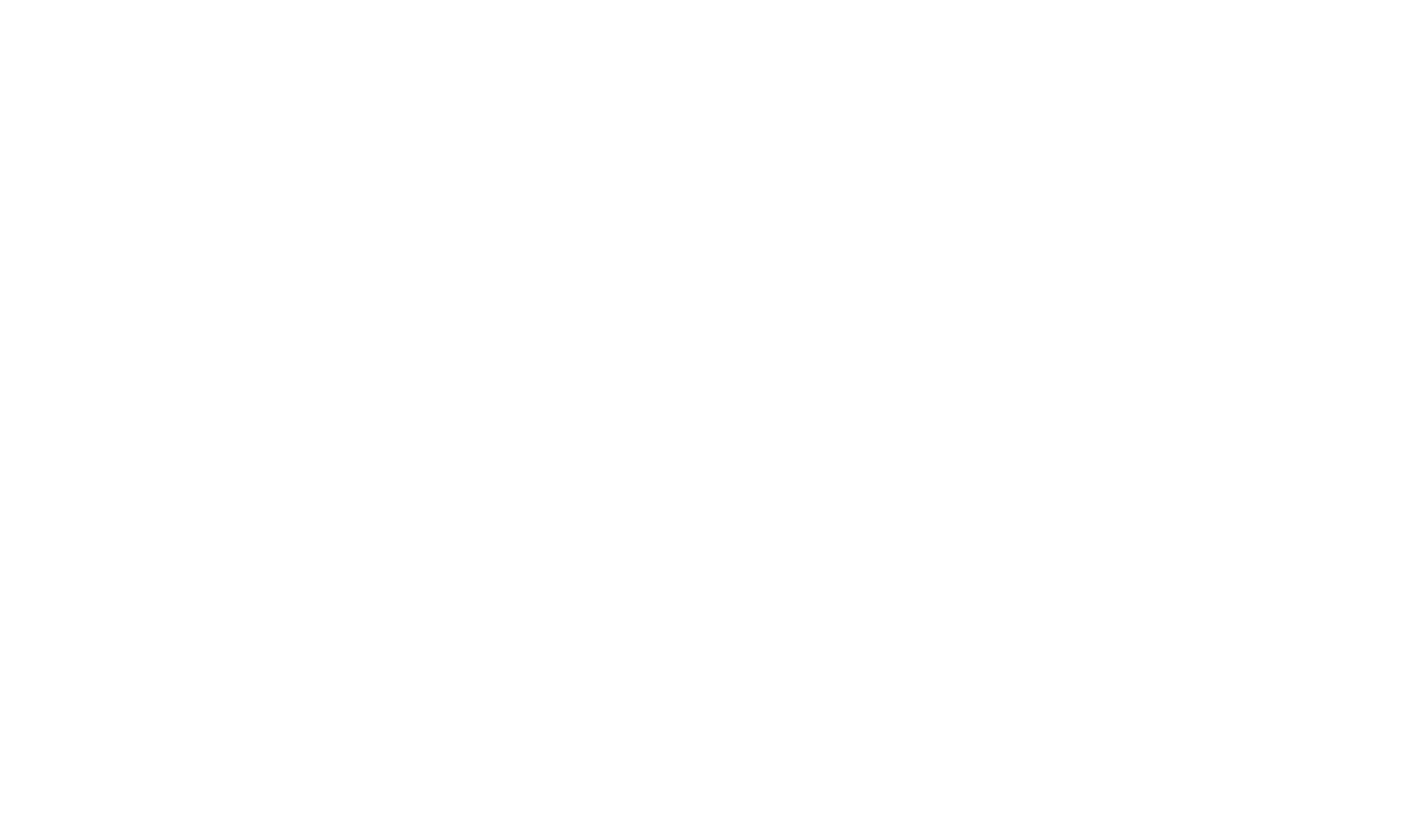  I want to click on 'Services', so click(669, 113).